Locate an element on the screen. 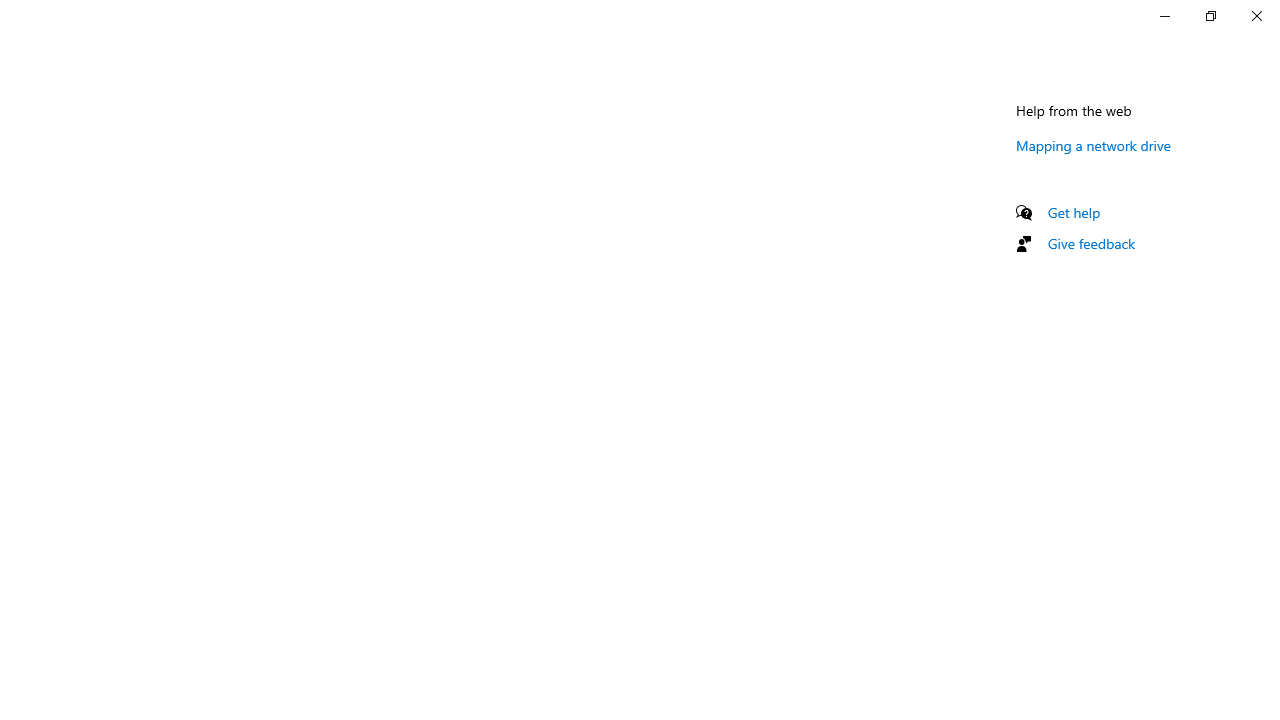 The width and height of the screenshot is (1280, 720). 'Restore Settings' is located at coordinates (1209, 15).